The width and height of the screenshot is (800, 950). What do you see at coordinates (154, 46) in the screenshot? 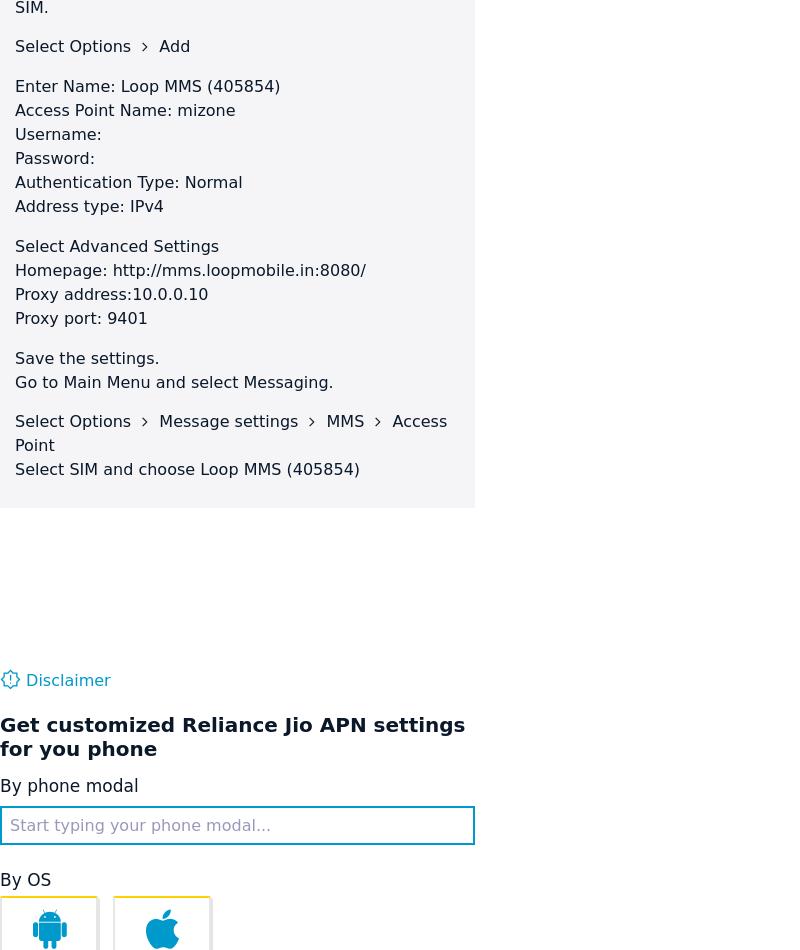
I see `'Add'` at bounding box center [154, 46].